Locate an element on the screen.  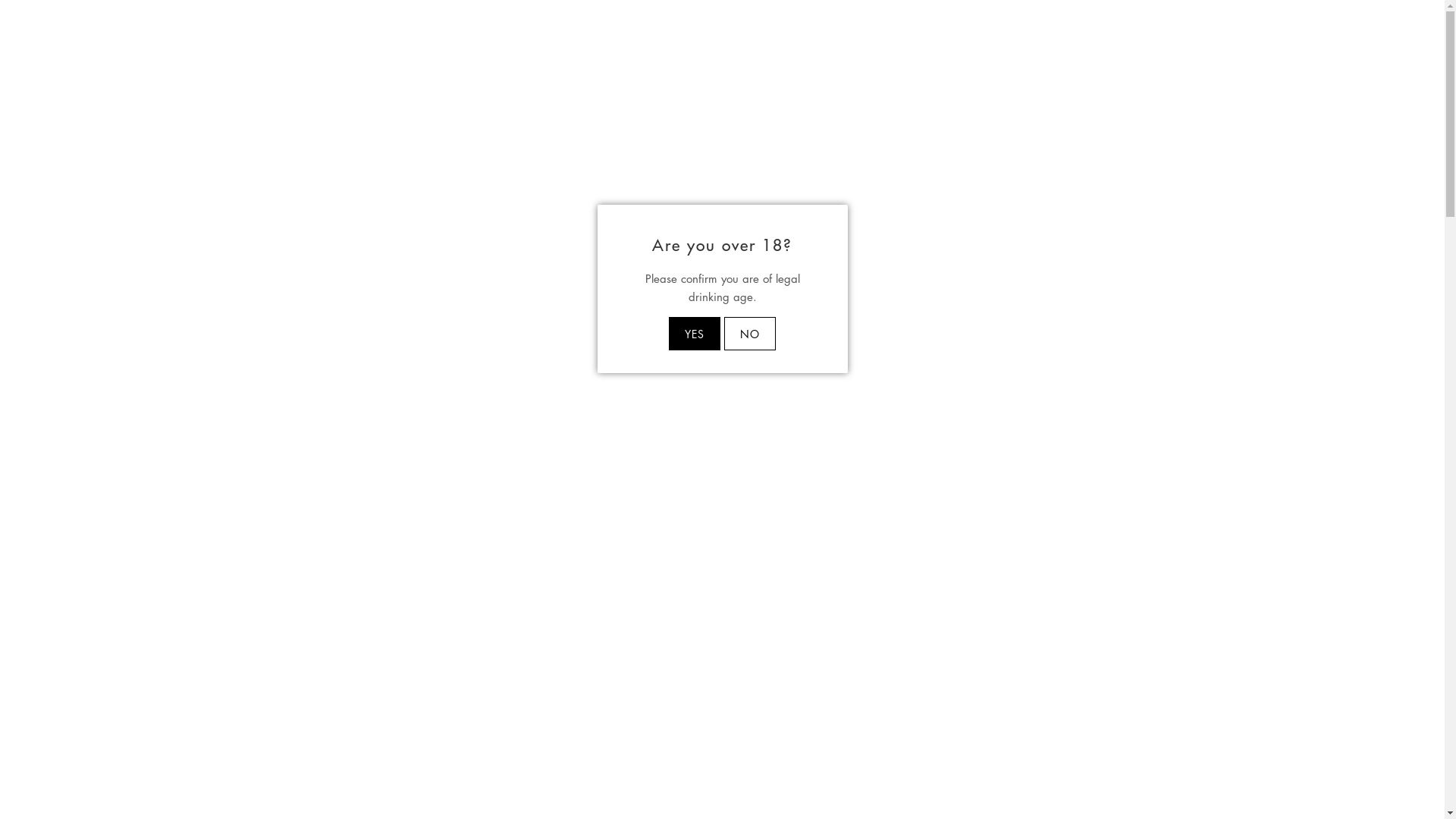
'WINE CLUB' is located at coordinates (855, 109).